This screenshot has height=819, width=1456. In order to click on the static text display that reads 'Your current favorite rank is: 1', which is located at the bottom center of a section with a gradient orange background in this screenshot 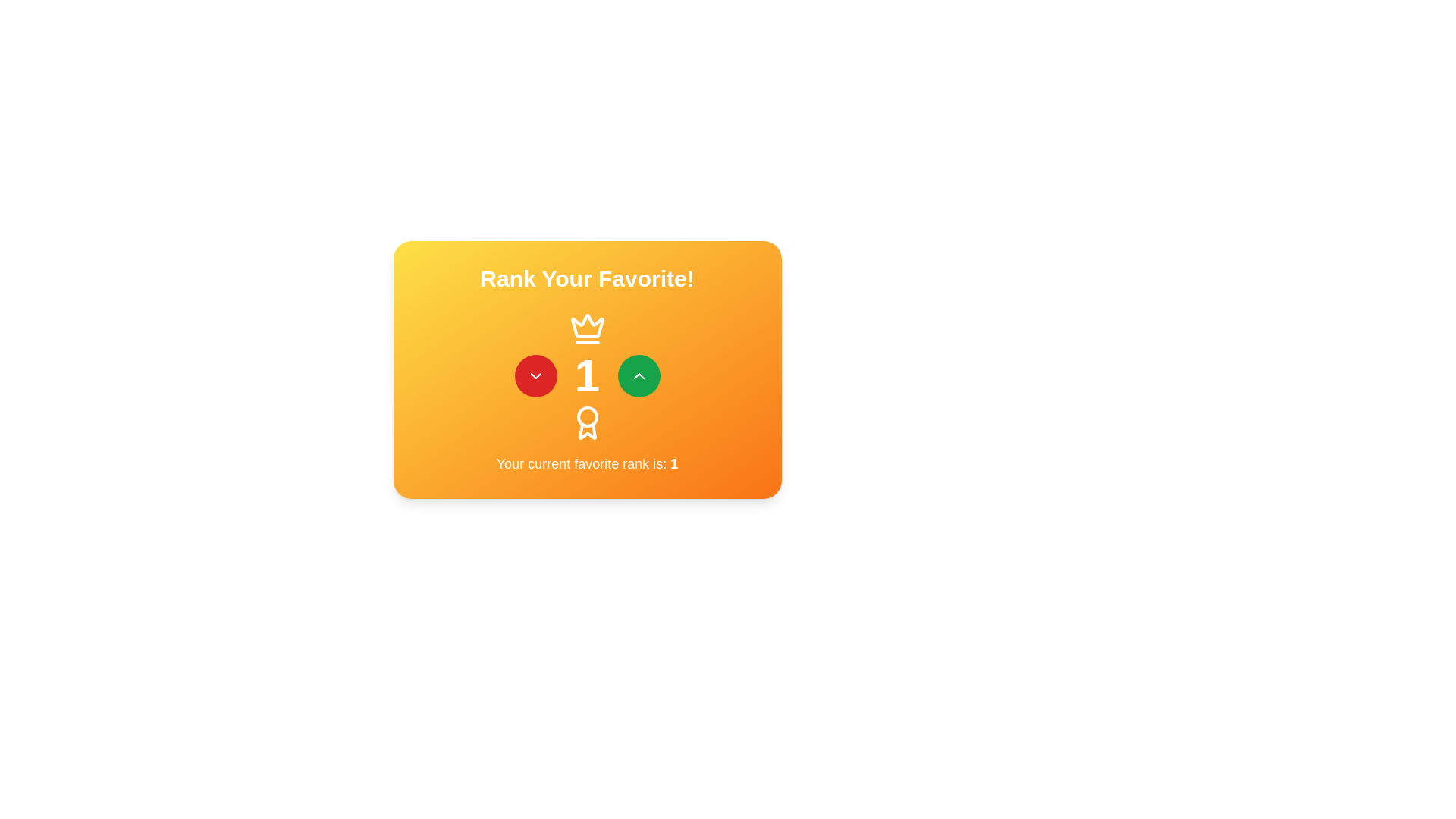, I will do `click(586, 463)`.